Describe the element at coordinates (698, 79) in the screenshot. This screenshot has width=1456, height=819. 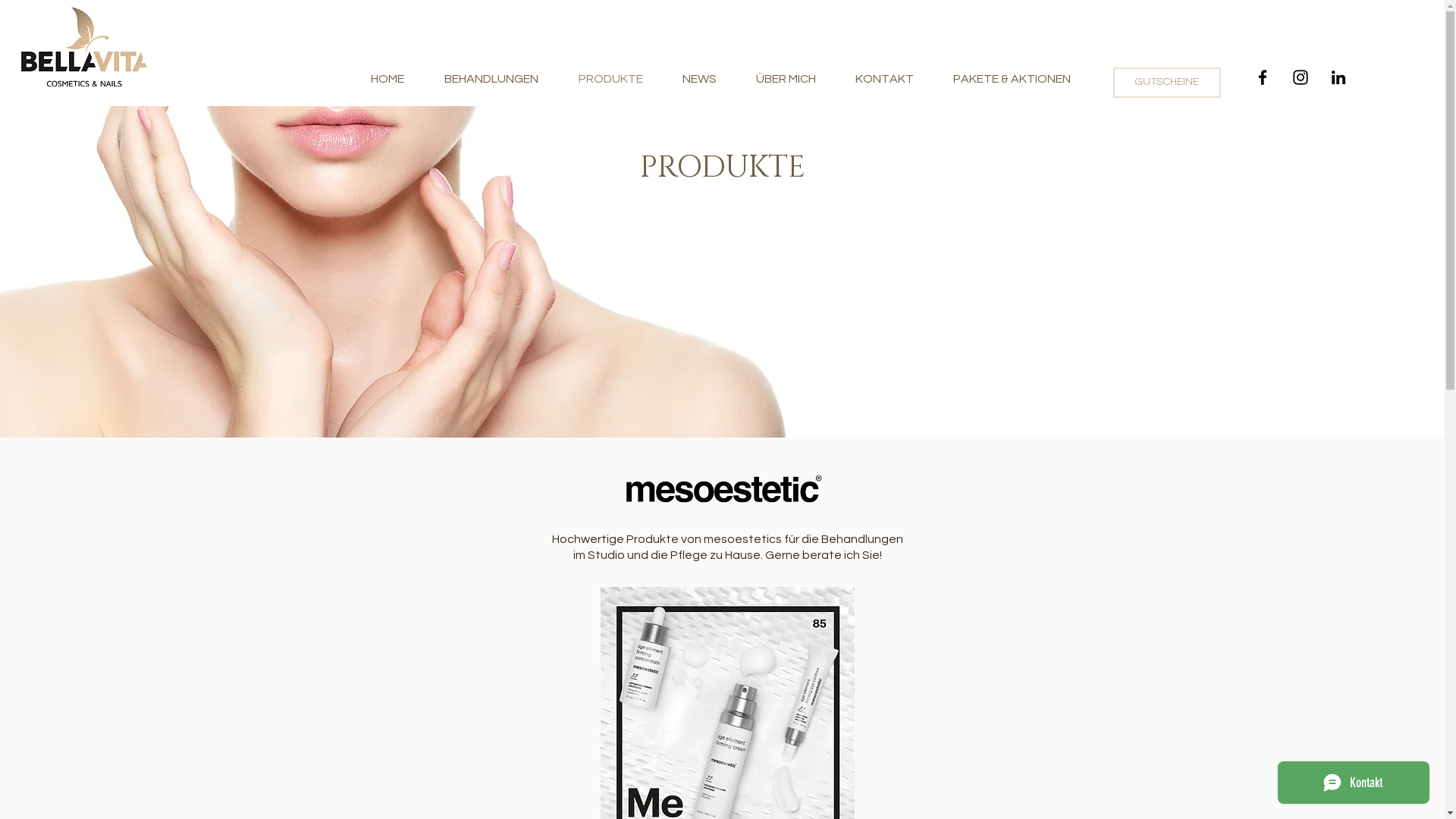
I see `'NEWS'` at that location.